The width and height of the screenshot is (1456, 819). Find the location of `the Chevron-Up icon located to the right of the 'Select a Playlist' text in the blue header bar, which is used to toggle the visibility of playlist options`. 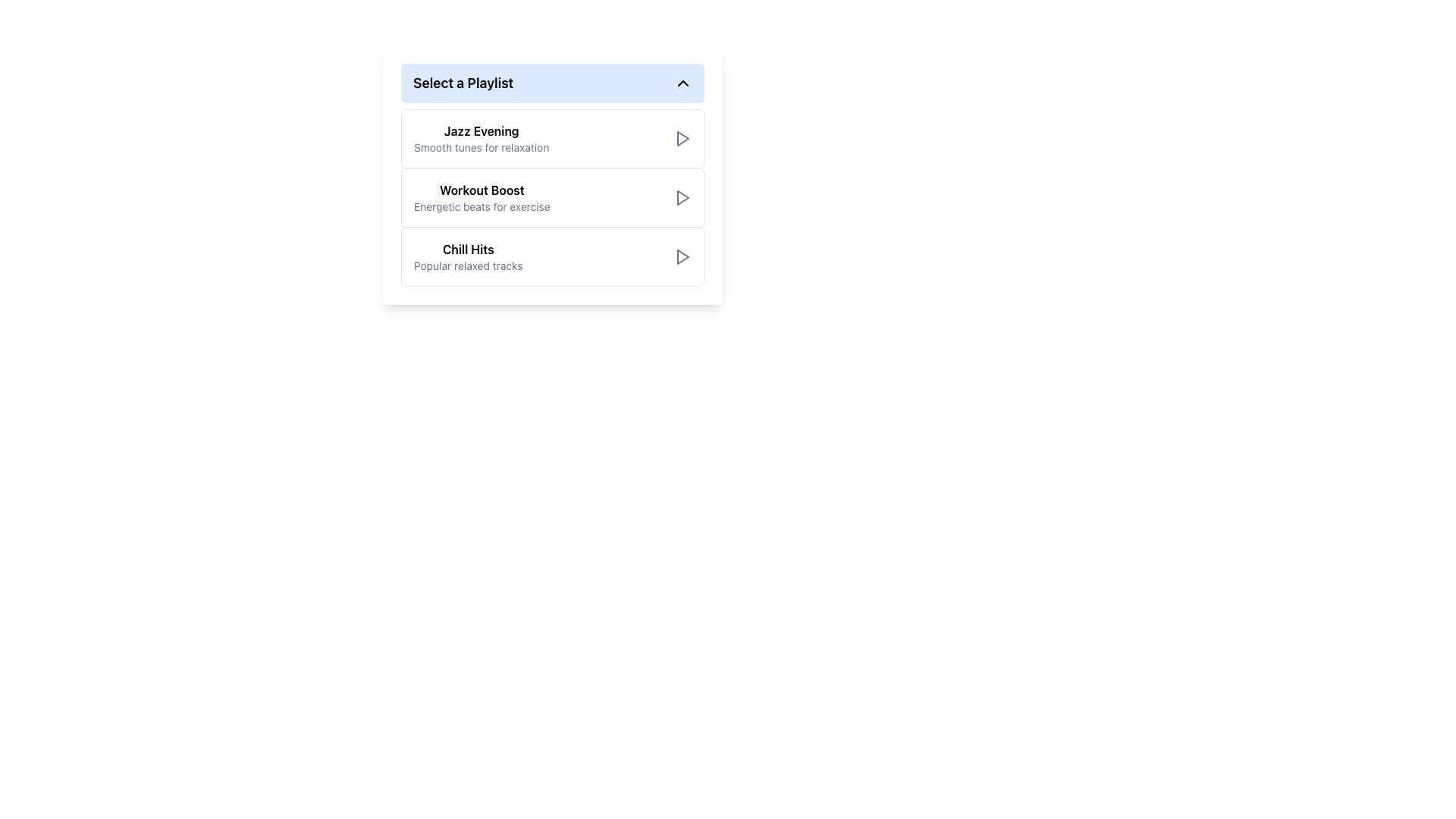

the Chevron-Up icon located to the right of the 'Select a Playlist' text in the blue header bar, which is used to toggle the visibility of playlist options is located at coordinates (682, 83).